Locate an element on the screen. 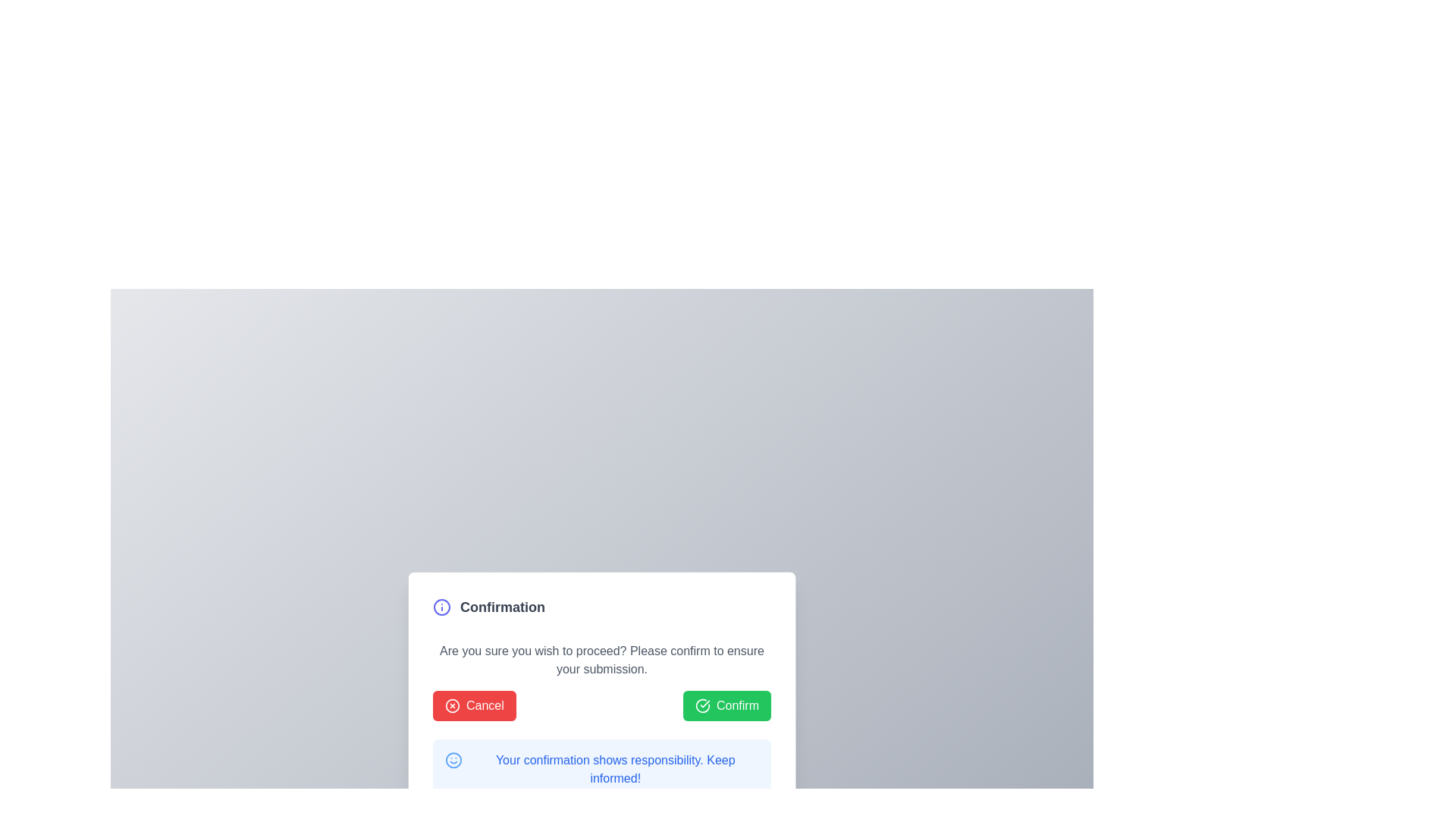 This screenshot has height=819, width=1456. the red circular graphic in the SVG icon located within the confirmation dialog, which is positioned to the left of the 'Cancel' button is located at coordinates (451, 705).